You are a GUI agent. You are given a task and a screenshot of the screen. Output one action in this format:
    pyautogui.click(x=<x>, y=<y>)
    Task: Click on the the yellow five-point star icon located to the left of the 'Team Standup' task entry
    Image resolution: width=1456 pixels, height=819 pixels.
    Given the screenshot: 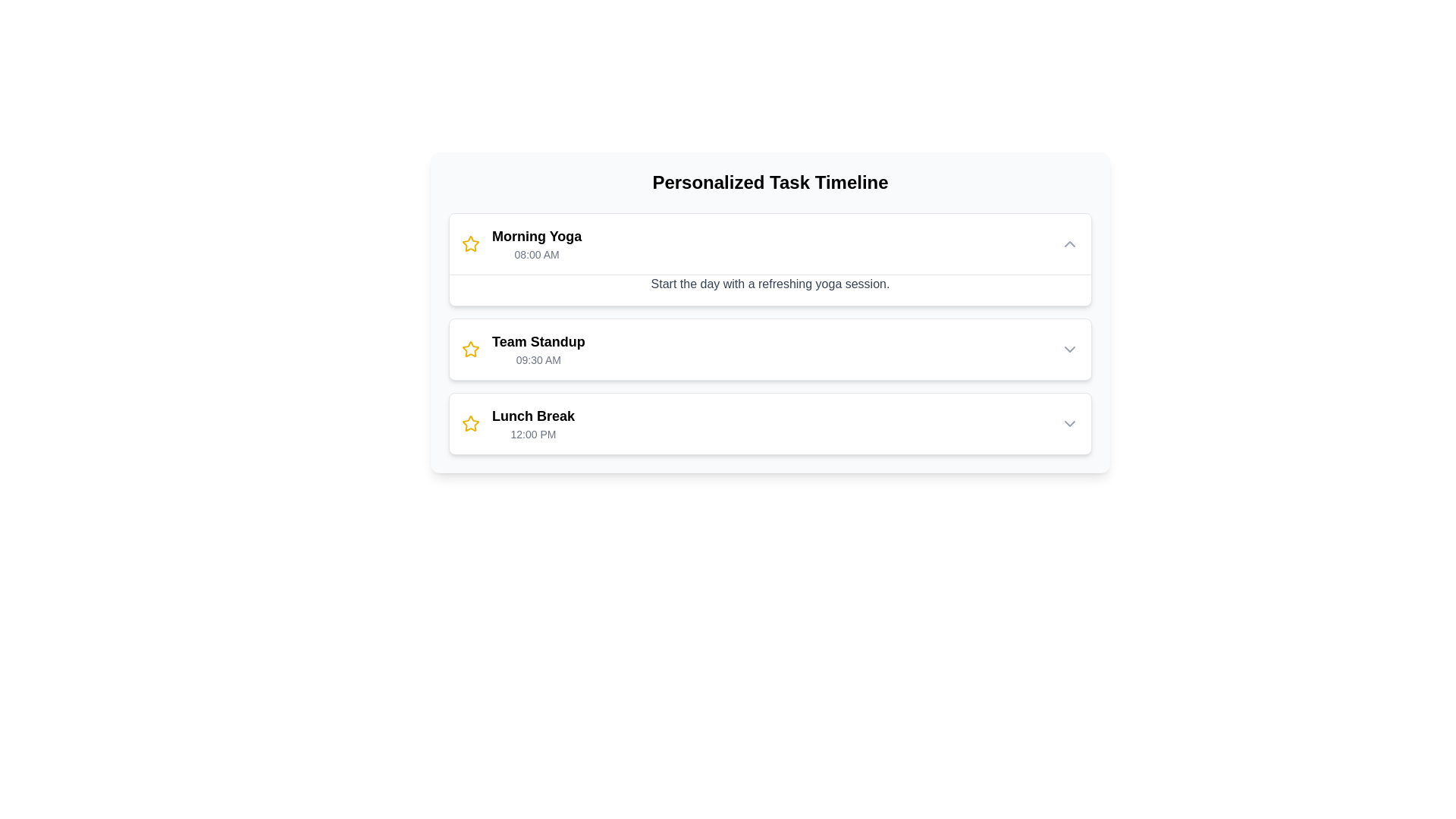 What is the action you would take?
    pyautogui.click(x=469, y=243)
    